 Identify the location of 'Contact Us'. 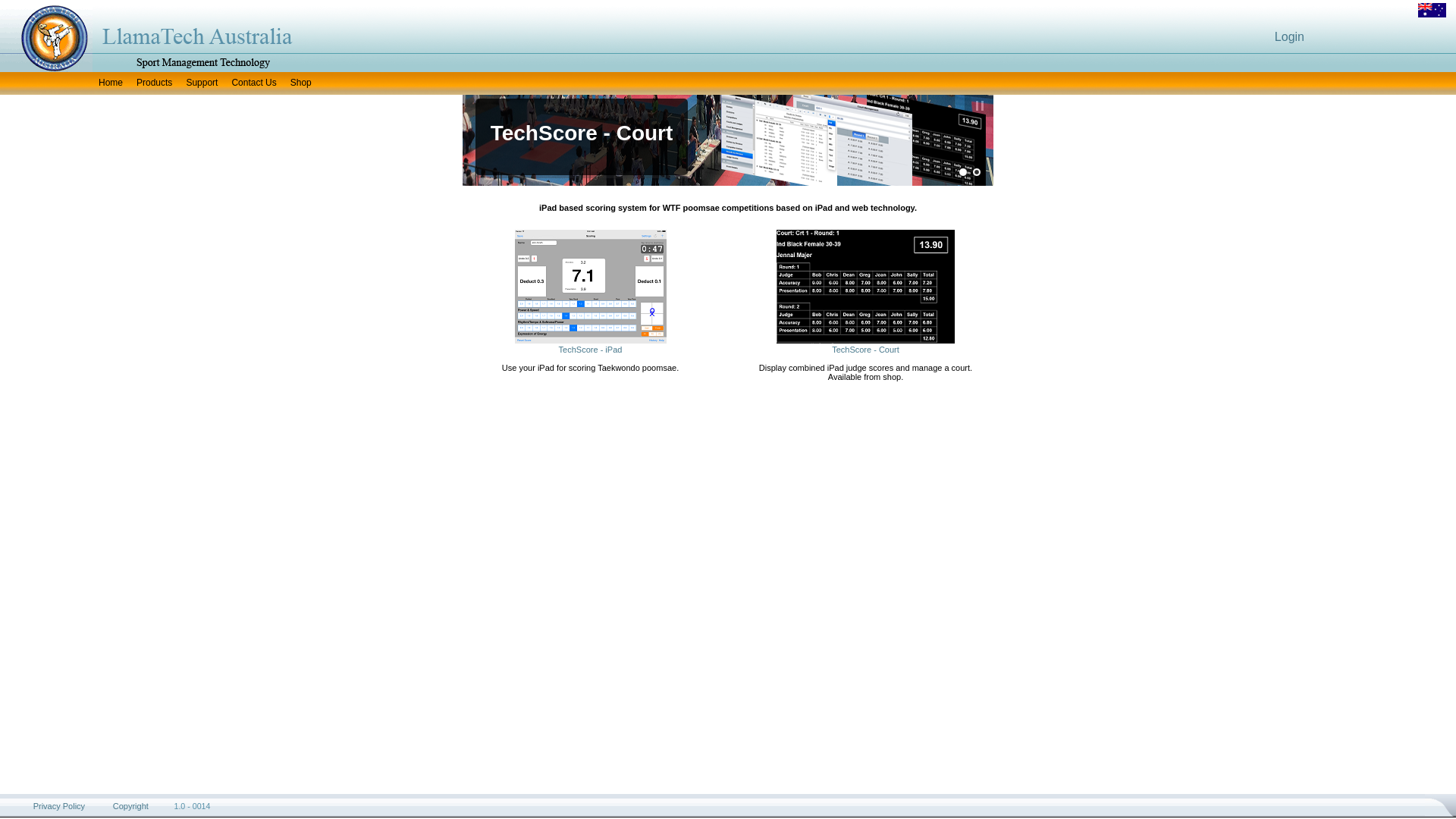
(253, 83).